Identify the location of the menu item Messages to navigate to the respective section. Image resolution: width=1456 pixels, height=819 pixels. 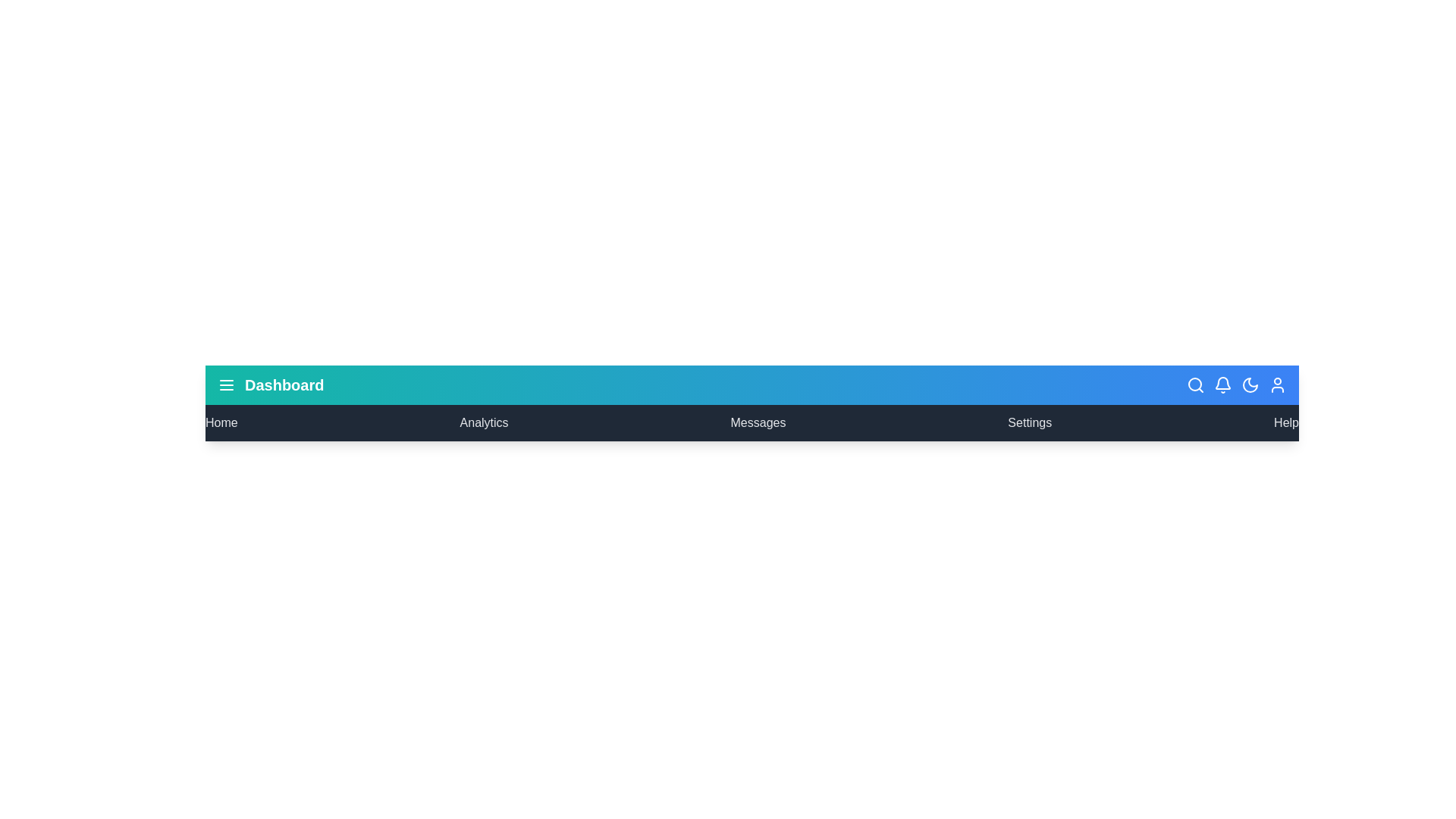
(758, 423).